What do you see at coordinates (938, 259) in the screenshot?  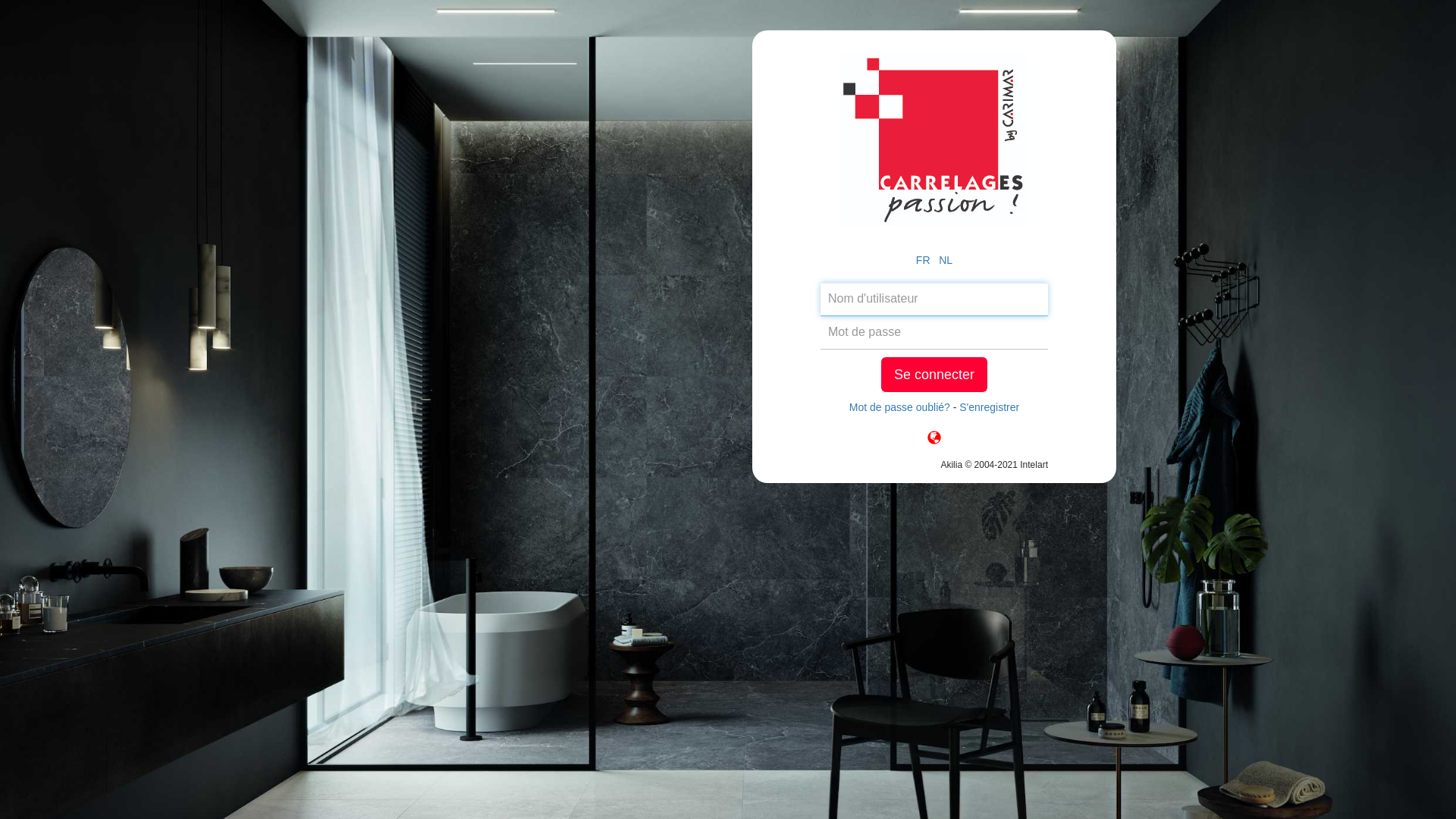 I see `'NL'` at bounding box center [938, 259].